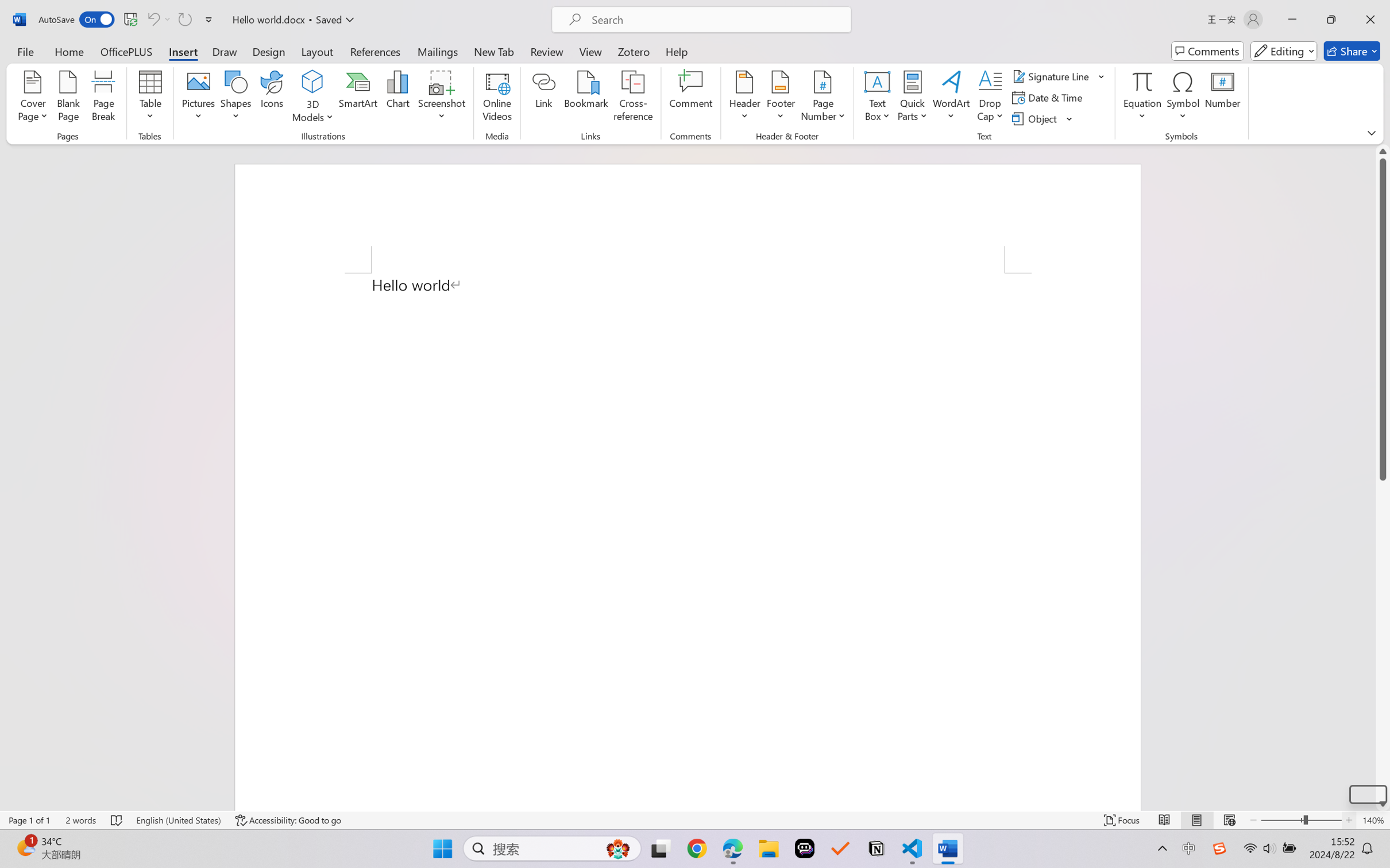 The height and width of the screenshot is (868, 1390). What do you see at coordinates (877, 98) in the screenshot?
I see `'Text Box'` at bounding box center [877, 98].